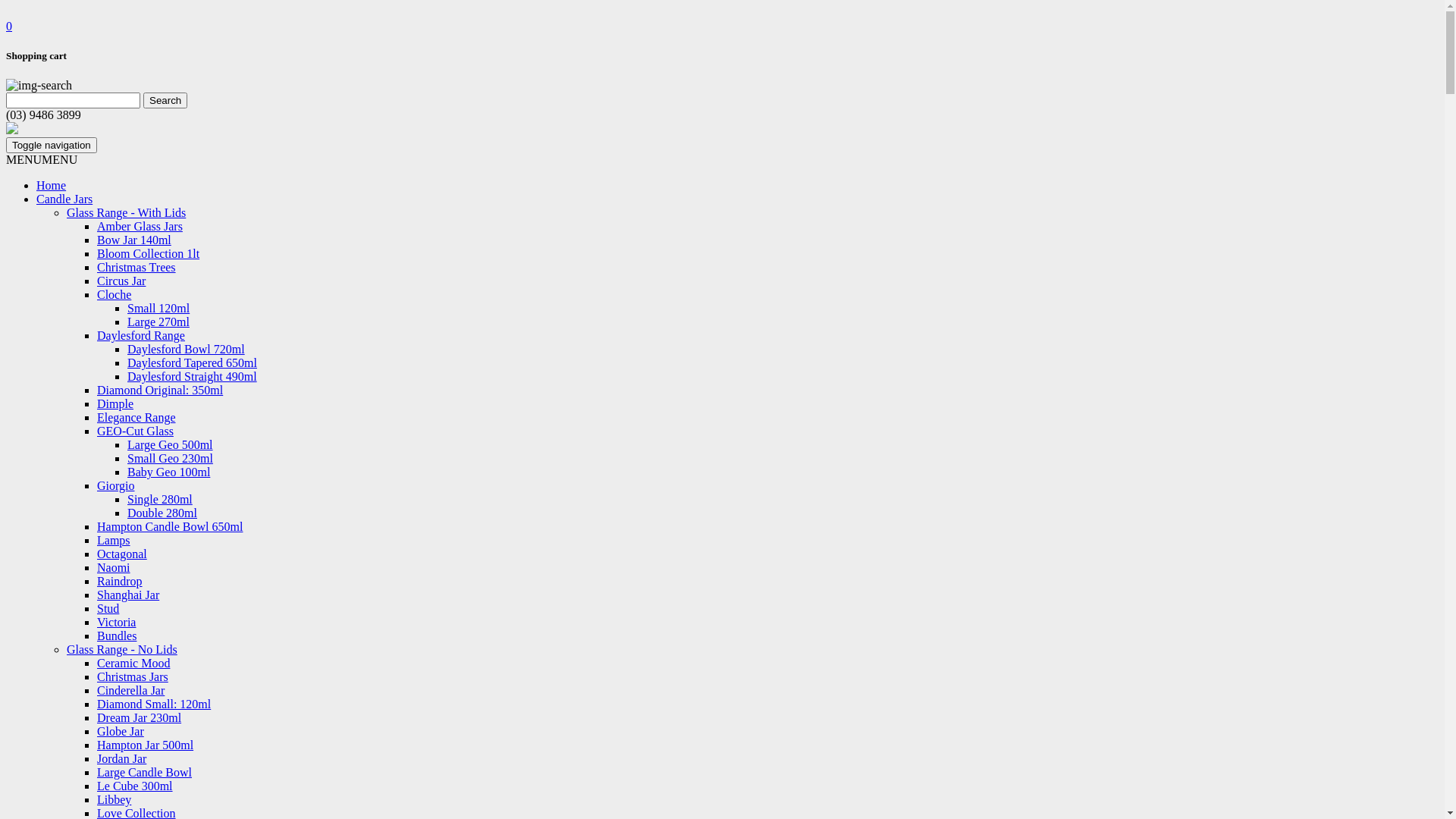  Describe the element at coordinates (9, 26) in the screenshot. I see `'0'` at that location.